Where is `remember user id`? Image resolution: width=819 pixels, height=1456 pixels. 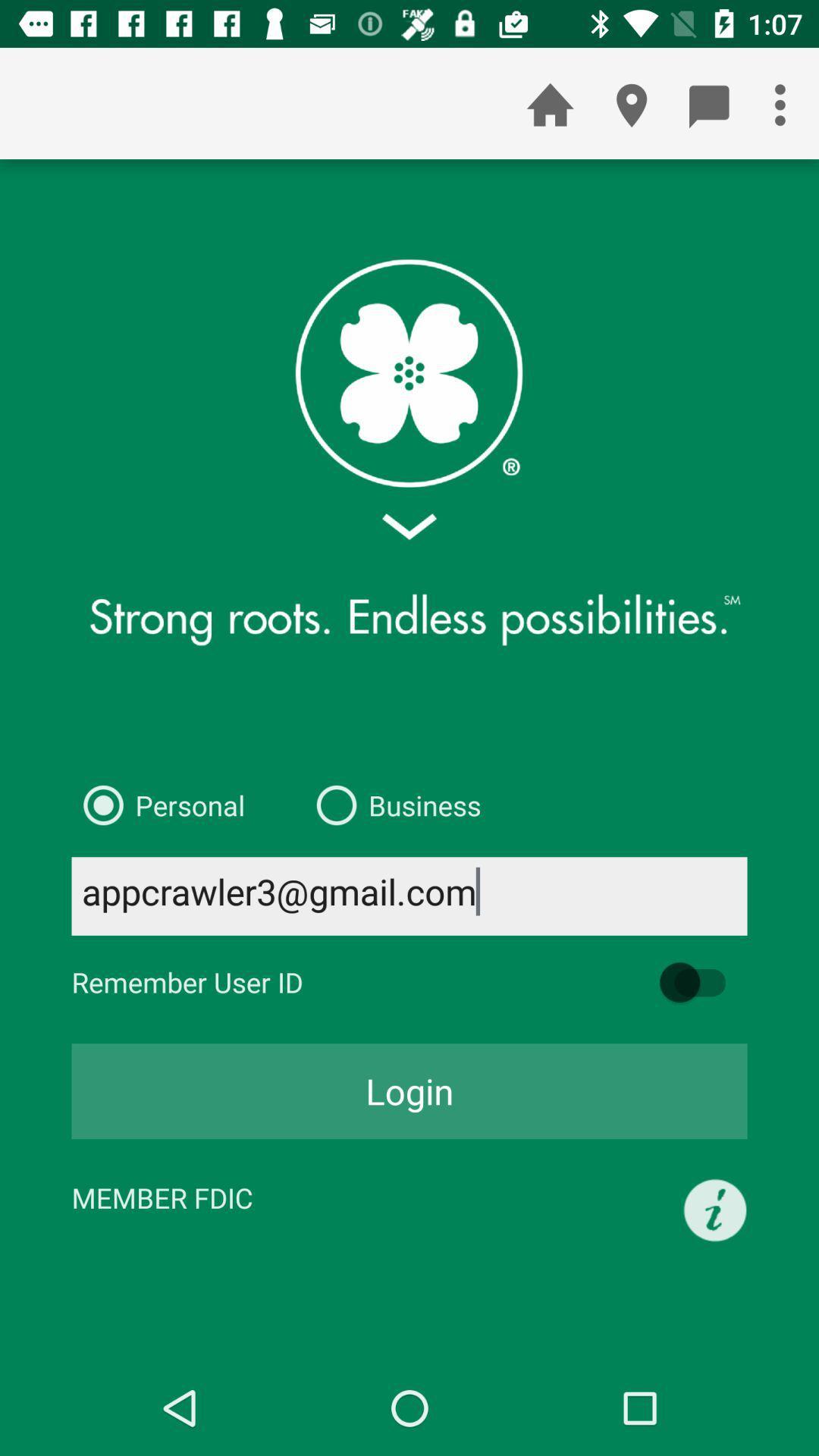 remember user id is located at coordinates (700, 982).